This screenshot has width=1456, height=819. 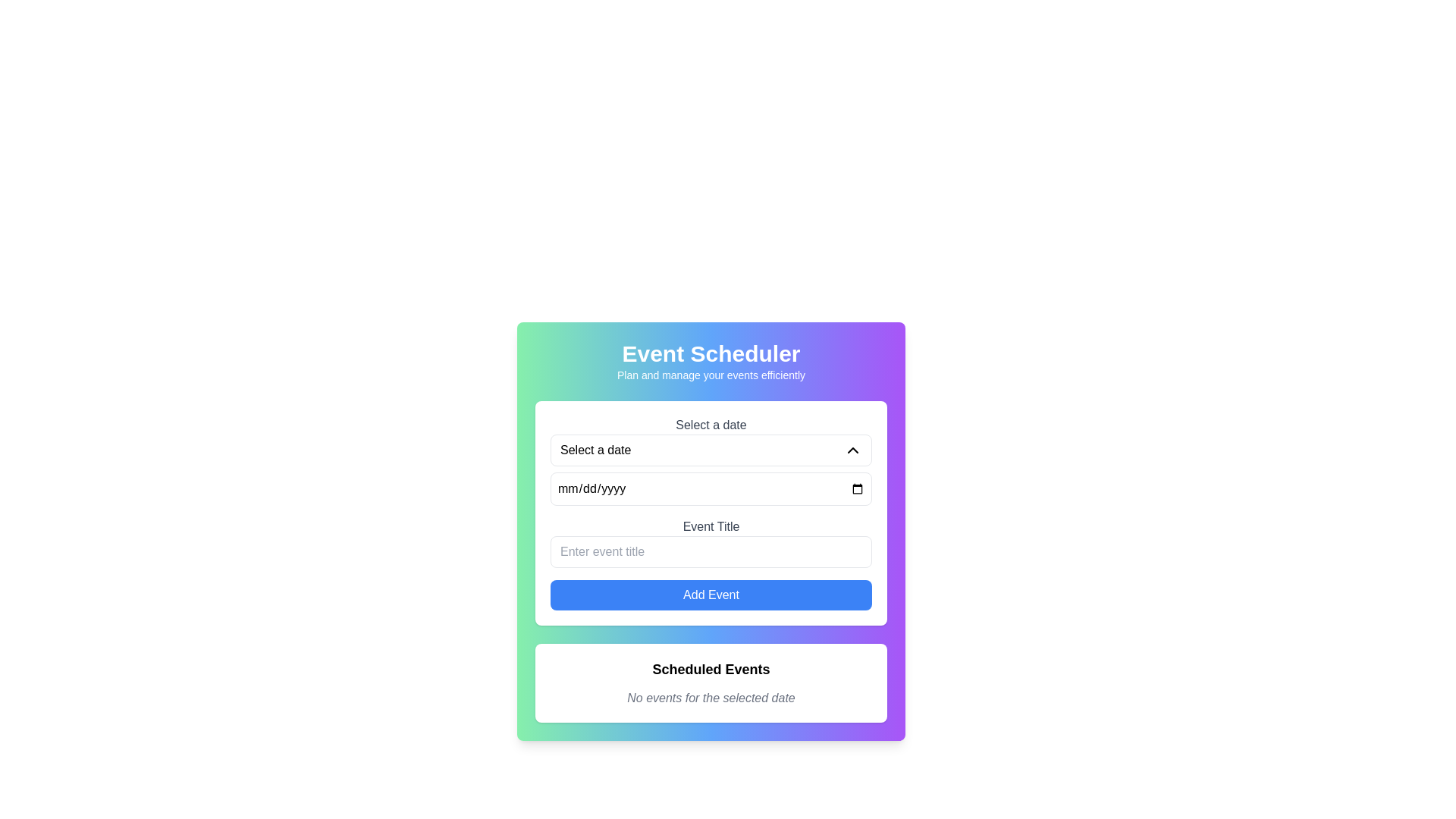 I want to click on the confirm button located directly below the 'Event Title' text field, so click(x=710, y=595).